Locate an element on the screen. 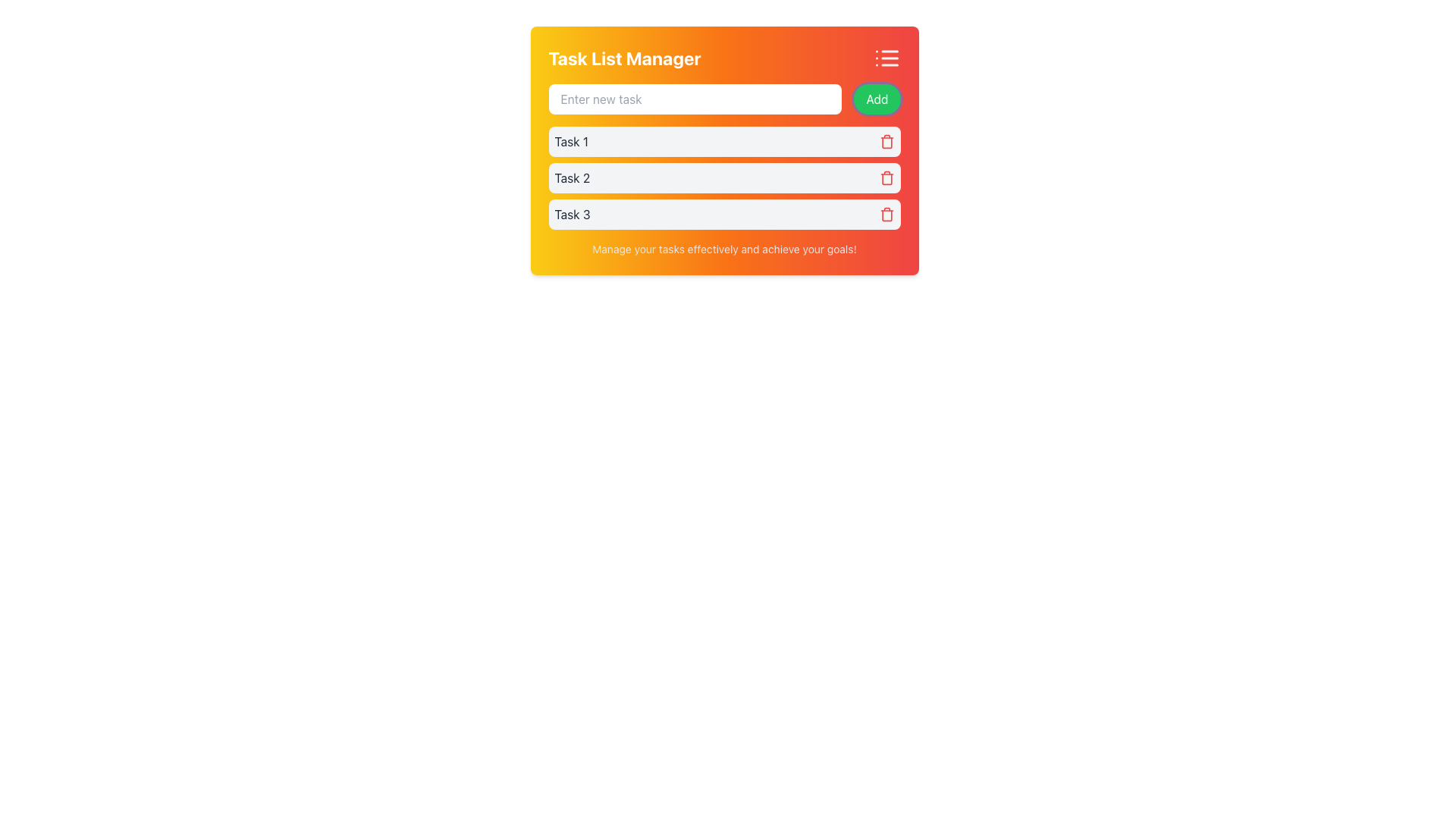  the third task item in the 'Task List Manager' is located at coordinates (723, 214).